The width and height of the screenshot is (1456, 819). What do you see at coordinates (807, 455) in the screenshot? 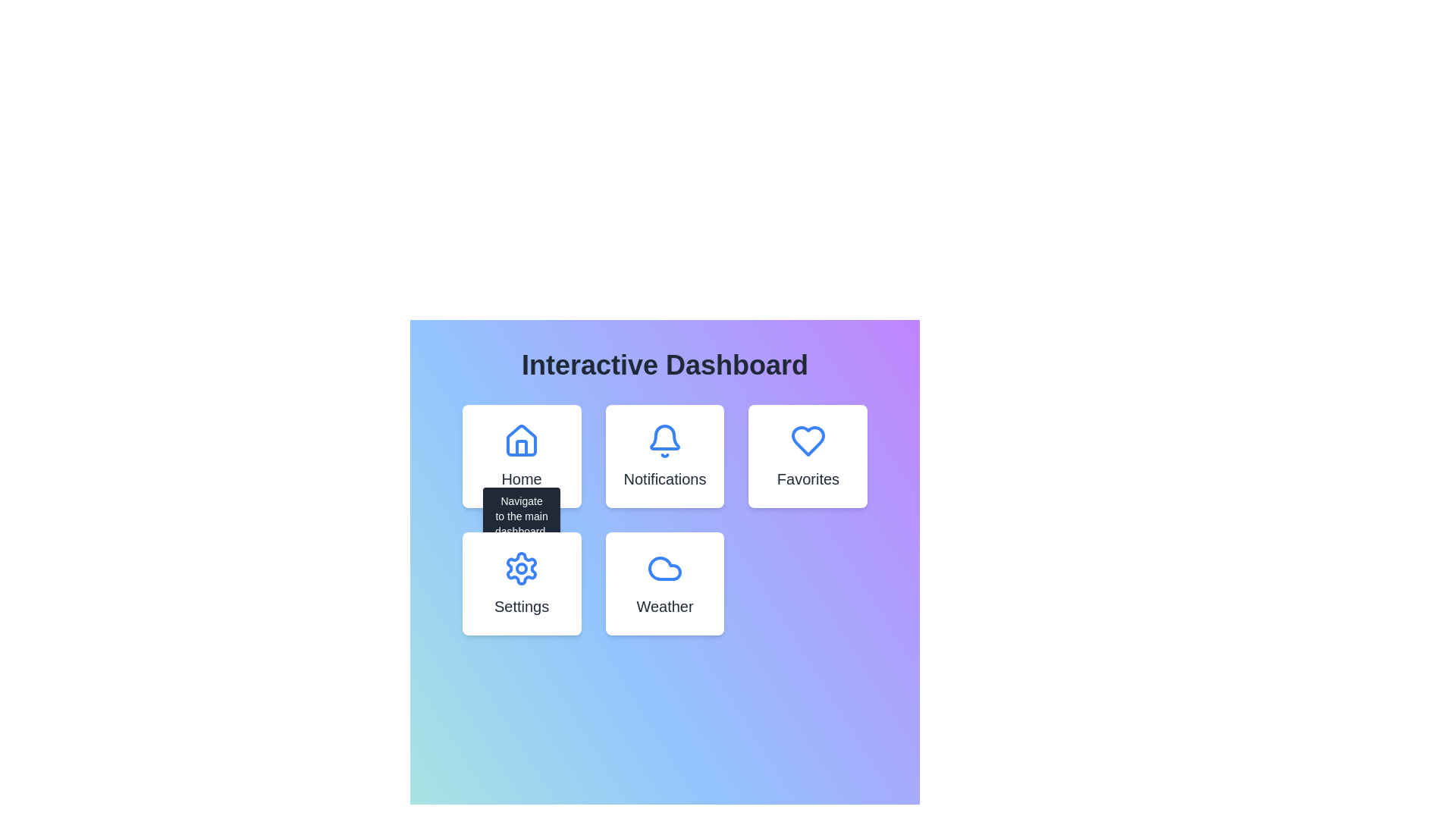
I see `the 'Favorites' Button card which features a heart icon with a blue outline and is positioned in the top-right corner of the grid` at bounding box center [807, 455].